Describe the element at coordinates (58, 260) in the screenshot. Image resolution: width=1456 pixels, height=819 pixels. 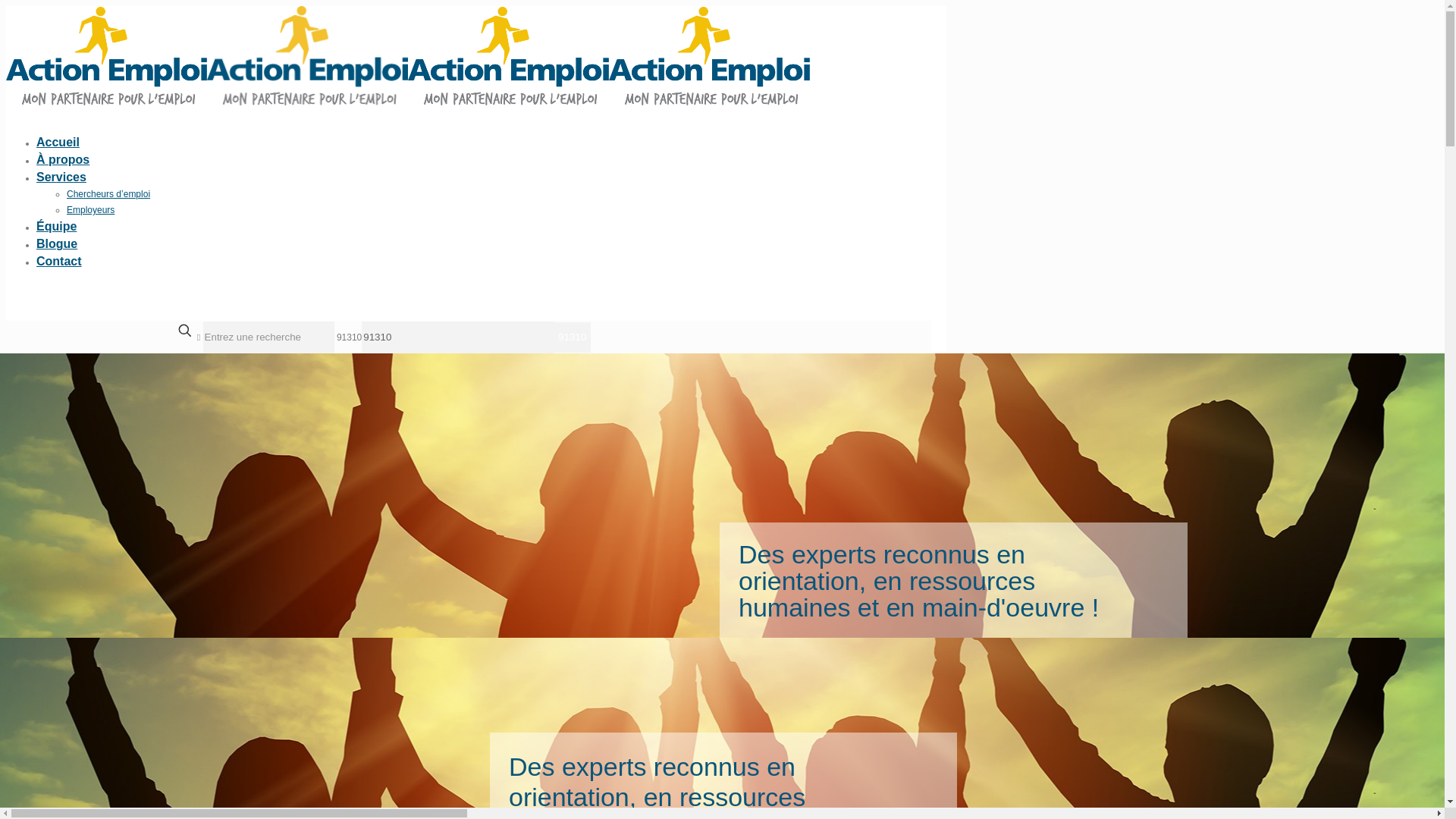
I see `'Contact'` at that location.